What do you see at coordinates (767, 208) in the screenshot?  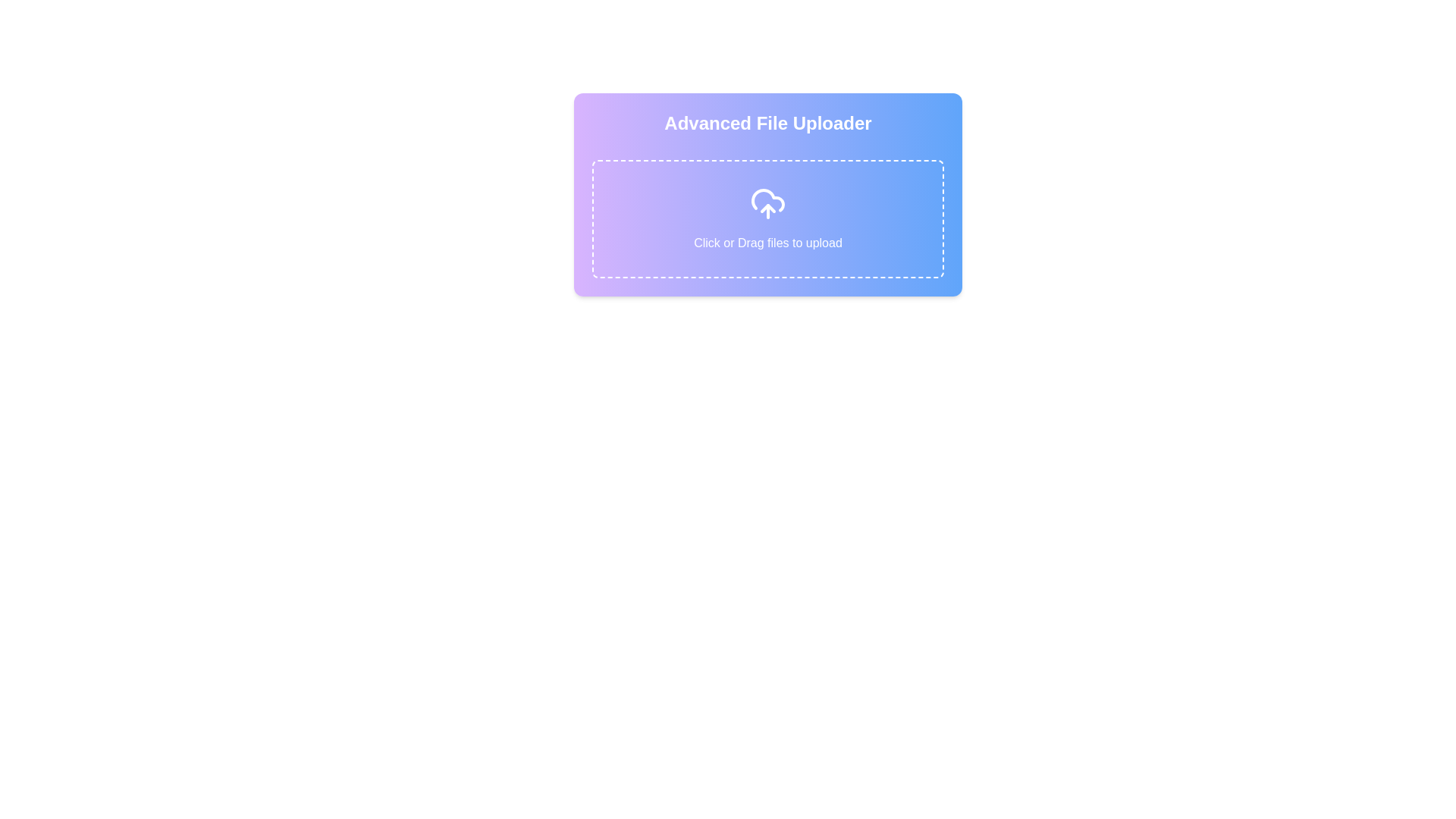 I see `the decorative icon featuring an upward-pointing arrow within a cloud, which suggests an upload action` at bounding box center [767, 208].